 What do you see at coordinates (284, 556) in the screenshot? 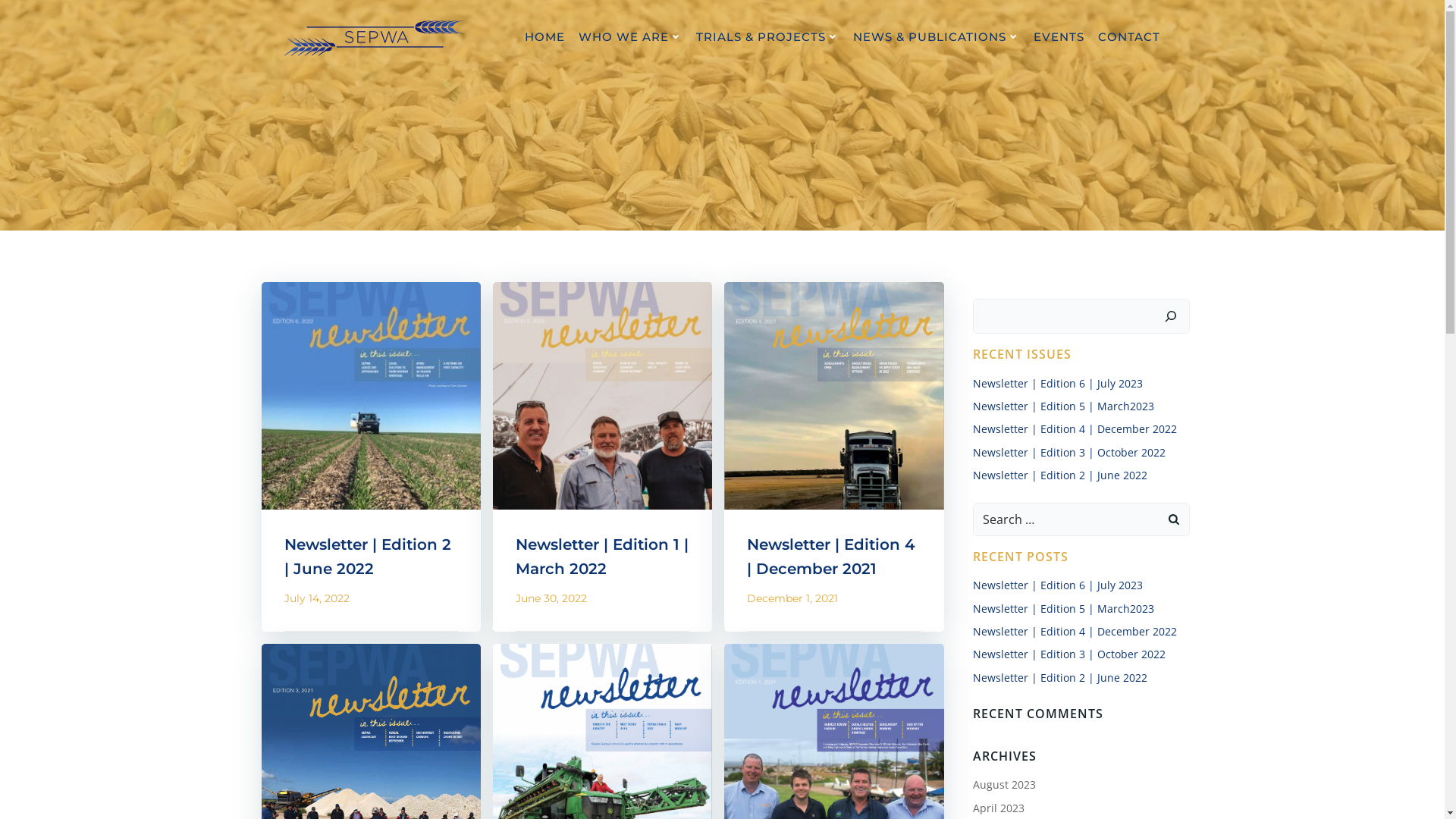
I see `'Newsletter | Edition 2 | June 2022'` at bounding box center [284, 556].